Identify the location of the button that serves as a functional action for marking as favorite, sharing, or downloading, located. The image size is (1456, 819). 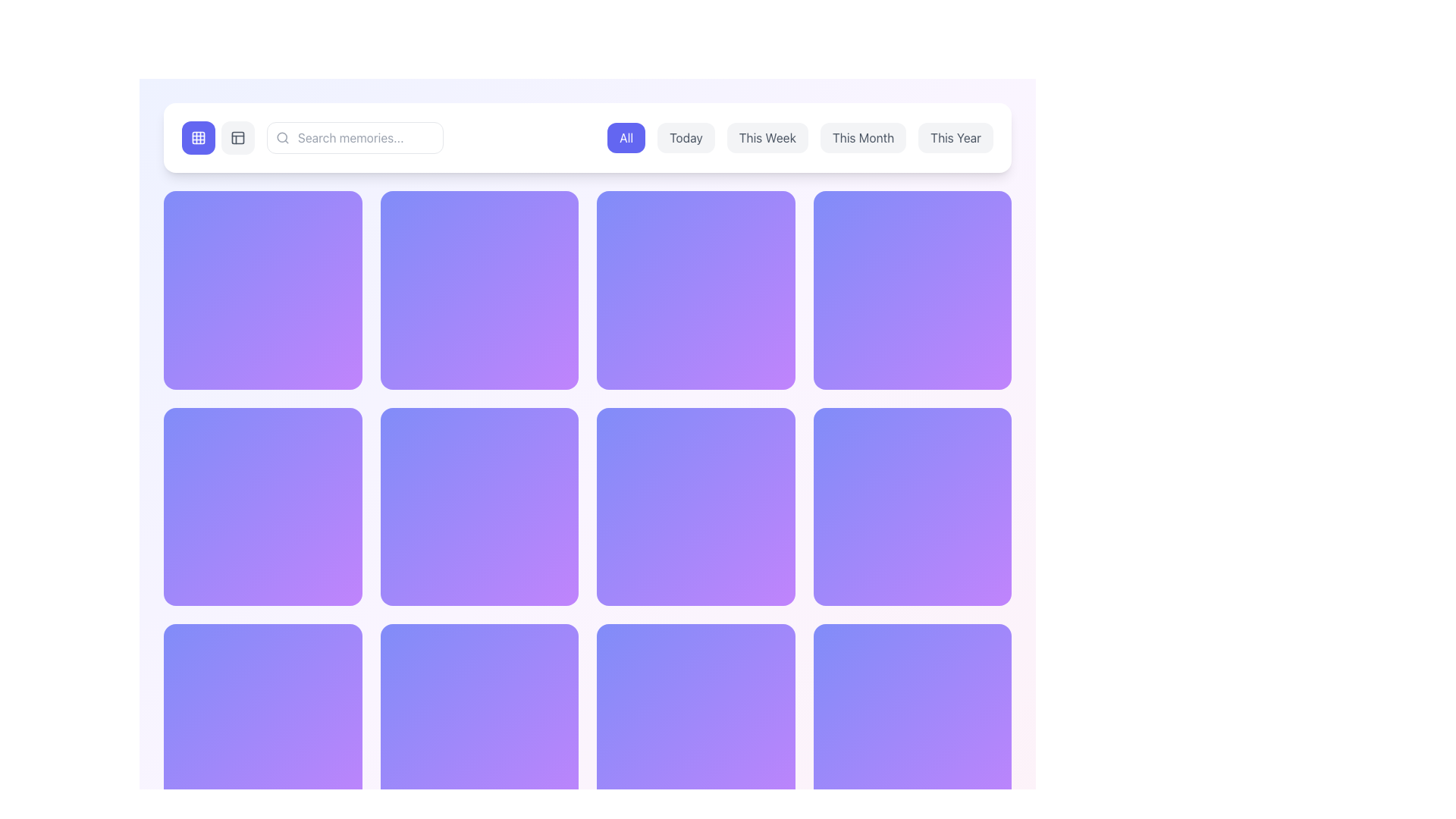
(953, 216).